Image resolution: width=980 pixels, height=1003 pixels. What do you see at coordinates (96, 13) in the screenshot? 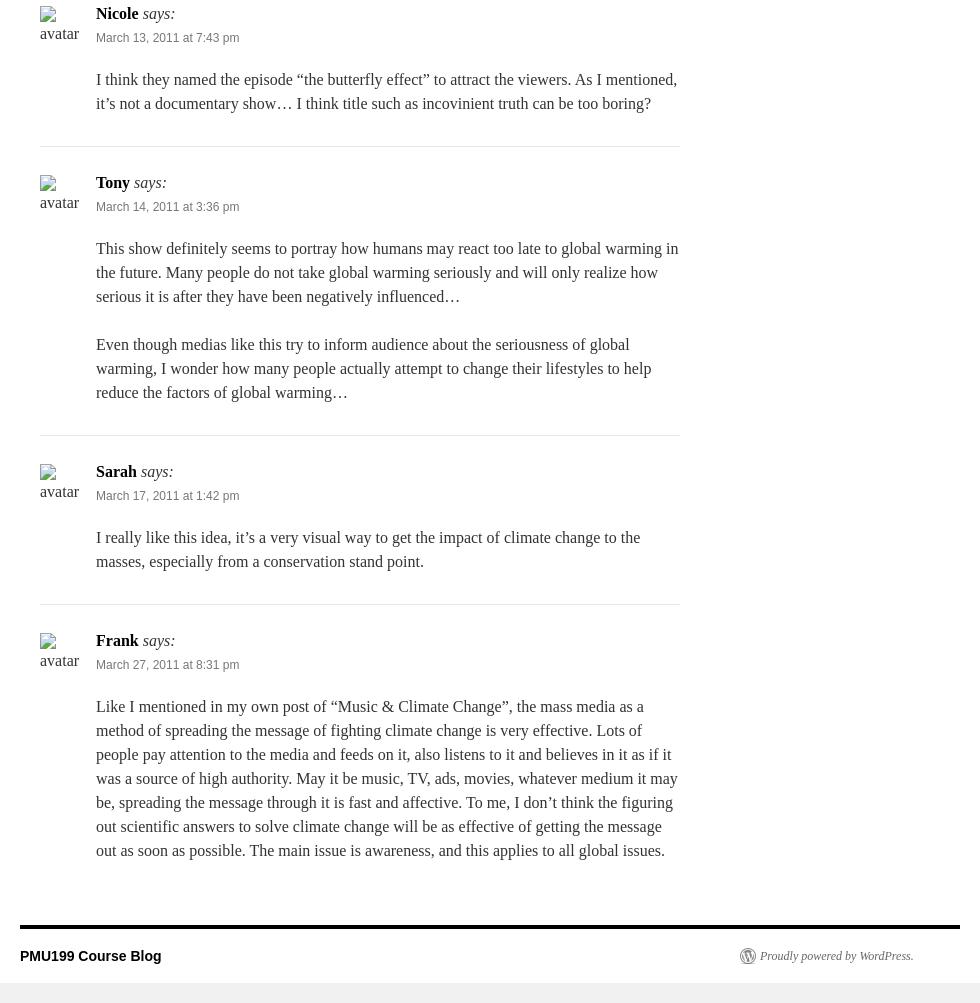
I see `'Nicole'` at bounding box center [96, 13].